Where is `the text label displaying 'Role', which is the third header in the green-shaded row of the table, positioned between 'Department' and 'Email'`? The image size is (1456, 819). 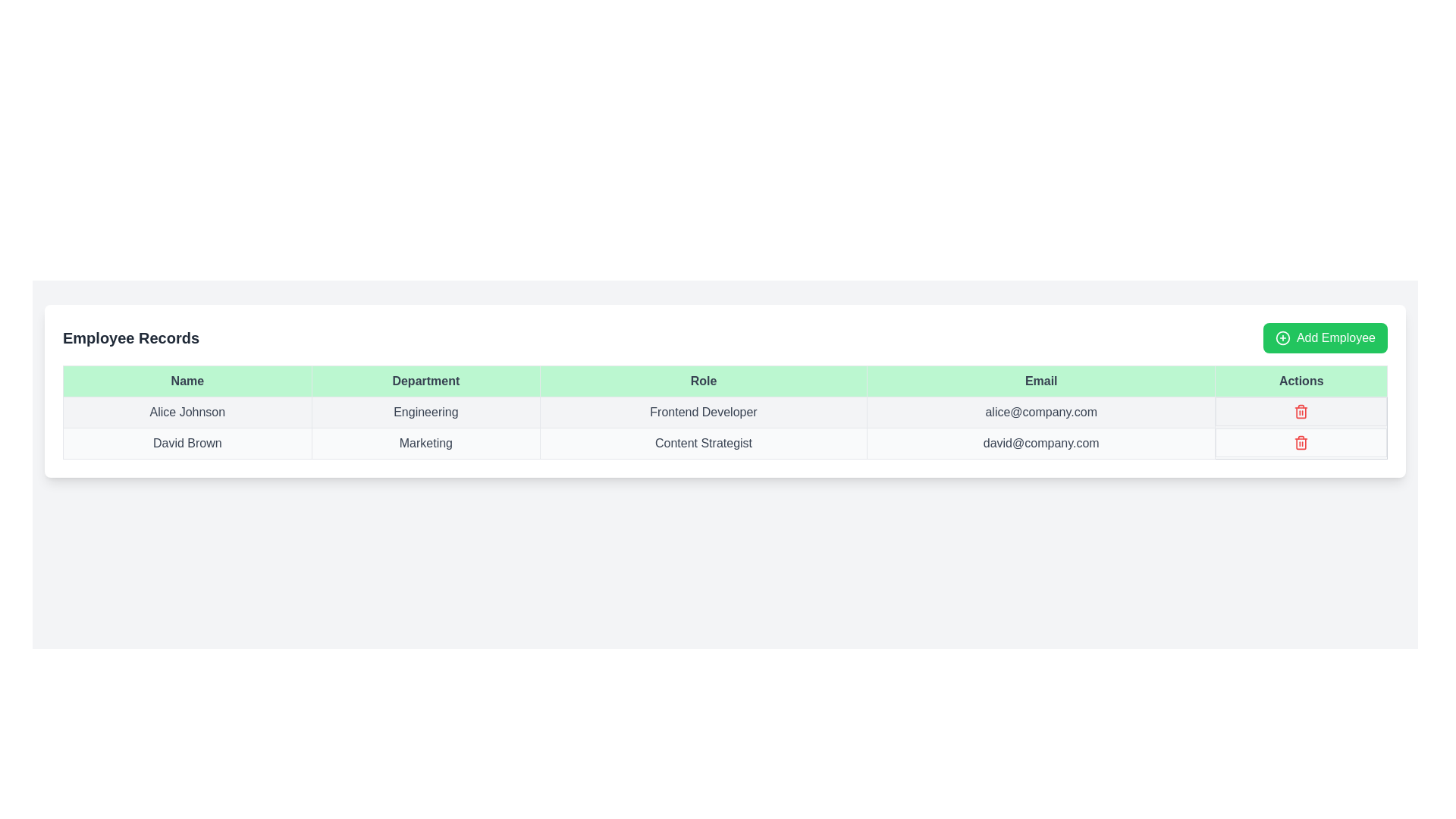 the text label displaying 'Role', which is the third header in the green-shaded row of the table, positioned between 'Department' and 'Email' is located at coordinates (702, 380).